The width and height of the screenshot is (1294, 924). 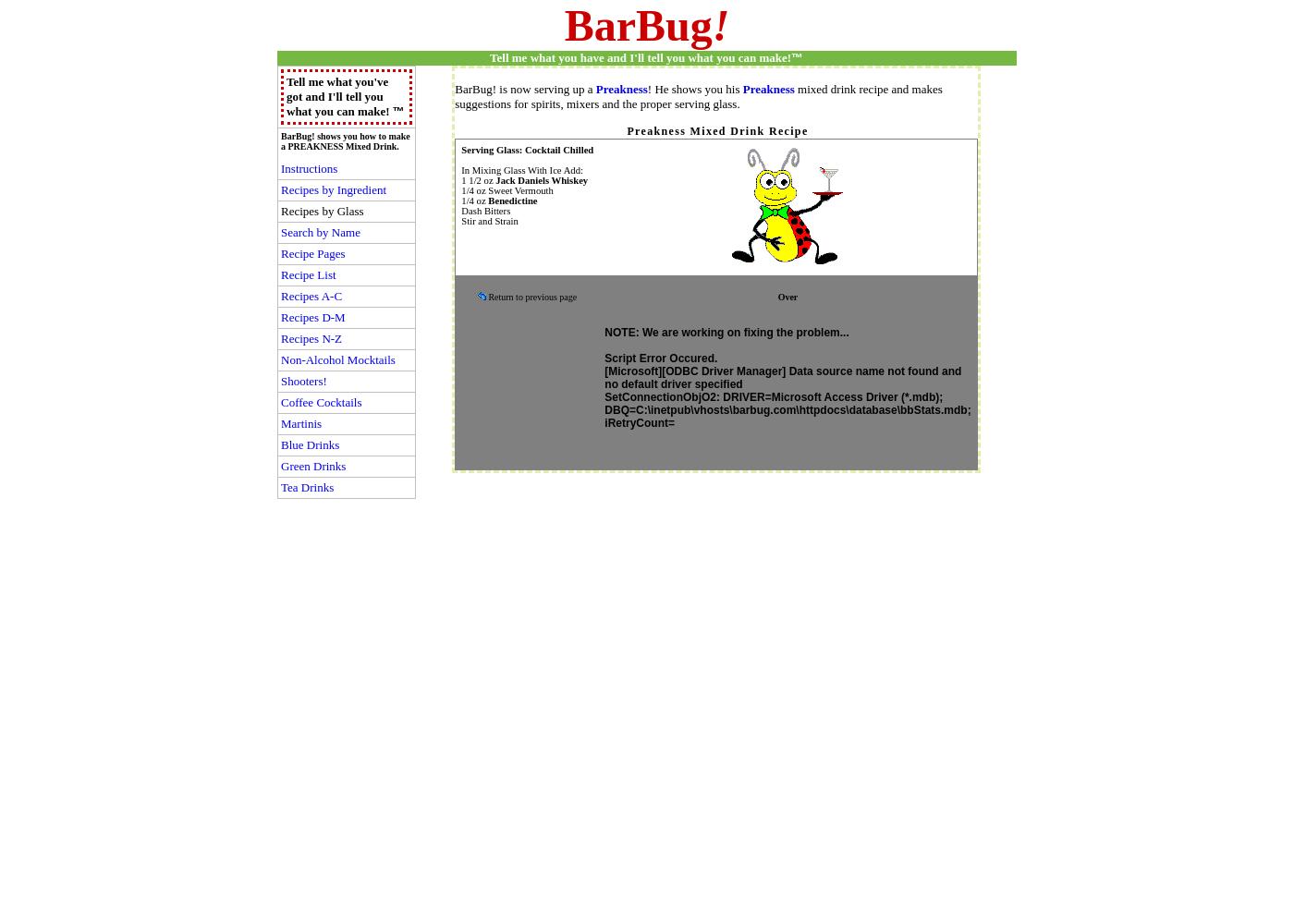 I want to click on 'Over', so click(x=787, y=296).